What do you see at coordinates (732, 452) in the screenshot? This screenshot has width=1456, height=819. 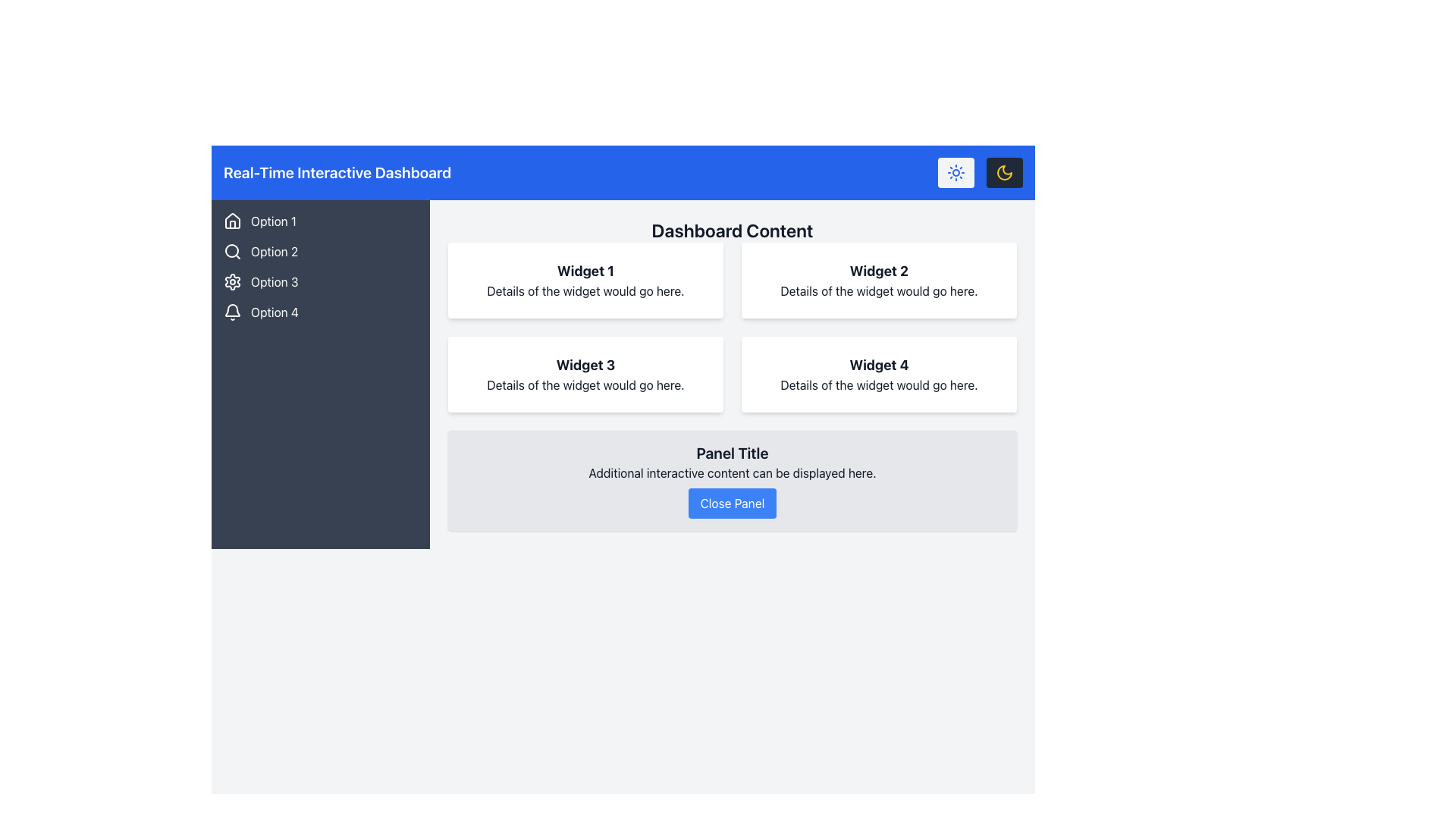 I see `the bold text label 'Panel Title' located at the top part of the panel, which serves as a header and stands out against the light-gray background` at bounding box center [732, 452].